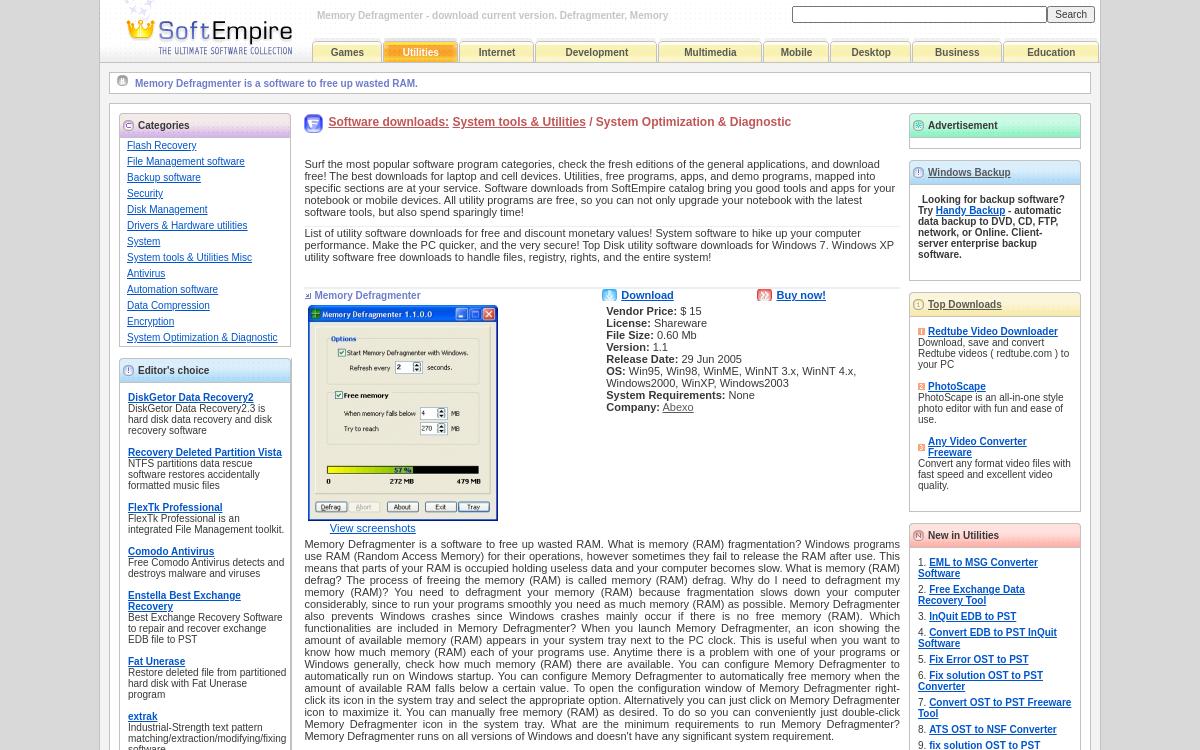  What do you see at coordinates (990, 203) in the screenshot?
I see `'Looking for backup software? Try'` at bounding box center [990, 203].